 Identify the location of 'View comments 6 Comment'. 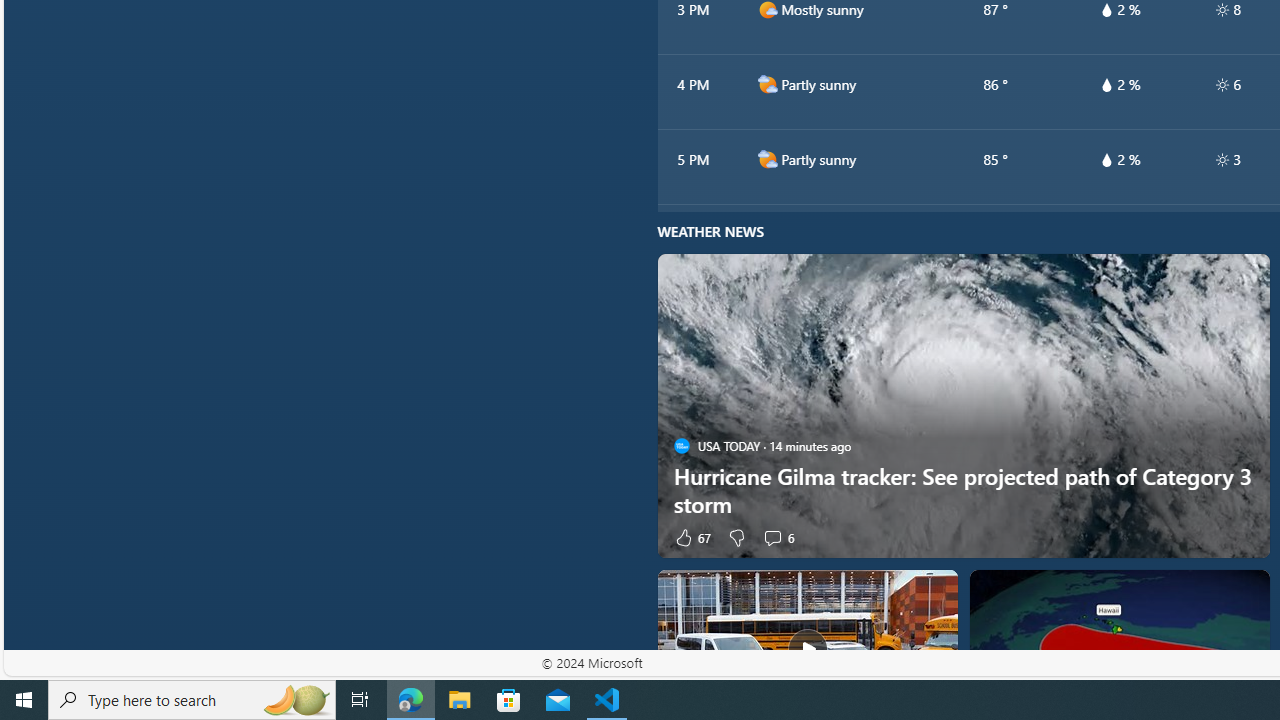
(777, 536).